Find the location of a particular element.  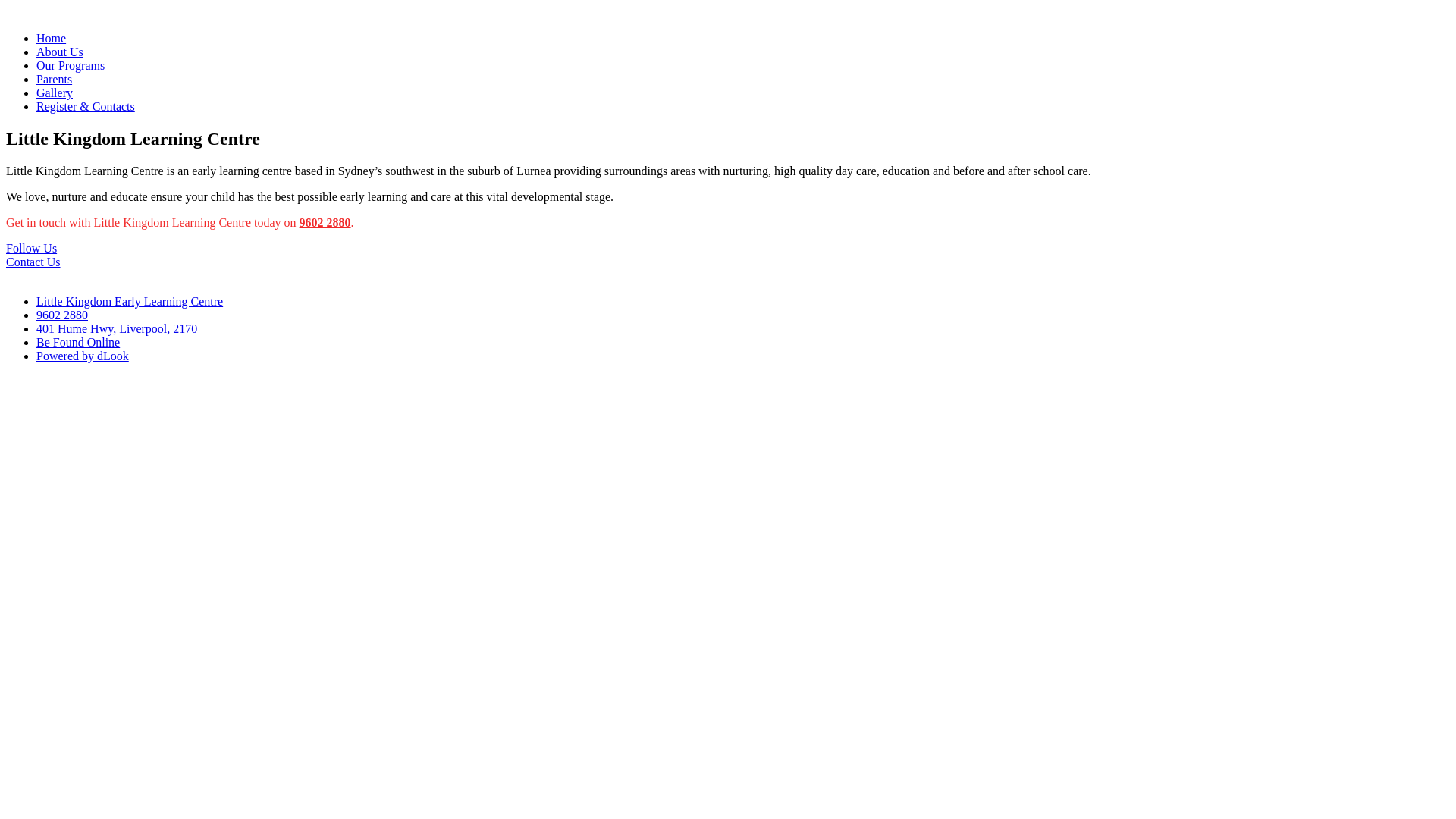

'Little Kingdom Early Learning Centre' is located at coordinates (130, 301).